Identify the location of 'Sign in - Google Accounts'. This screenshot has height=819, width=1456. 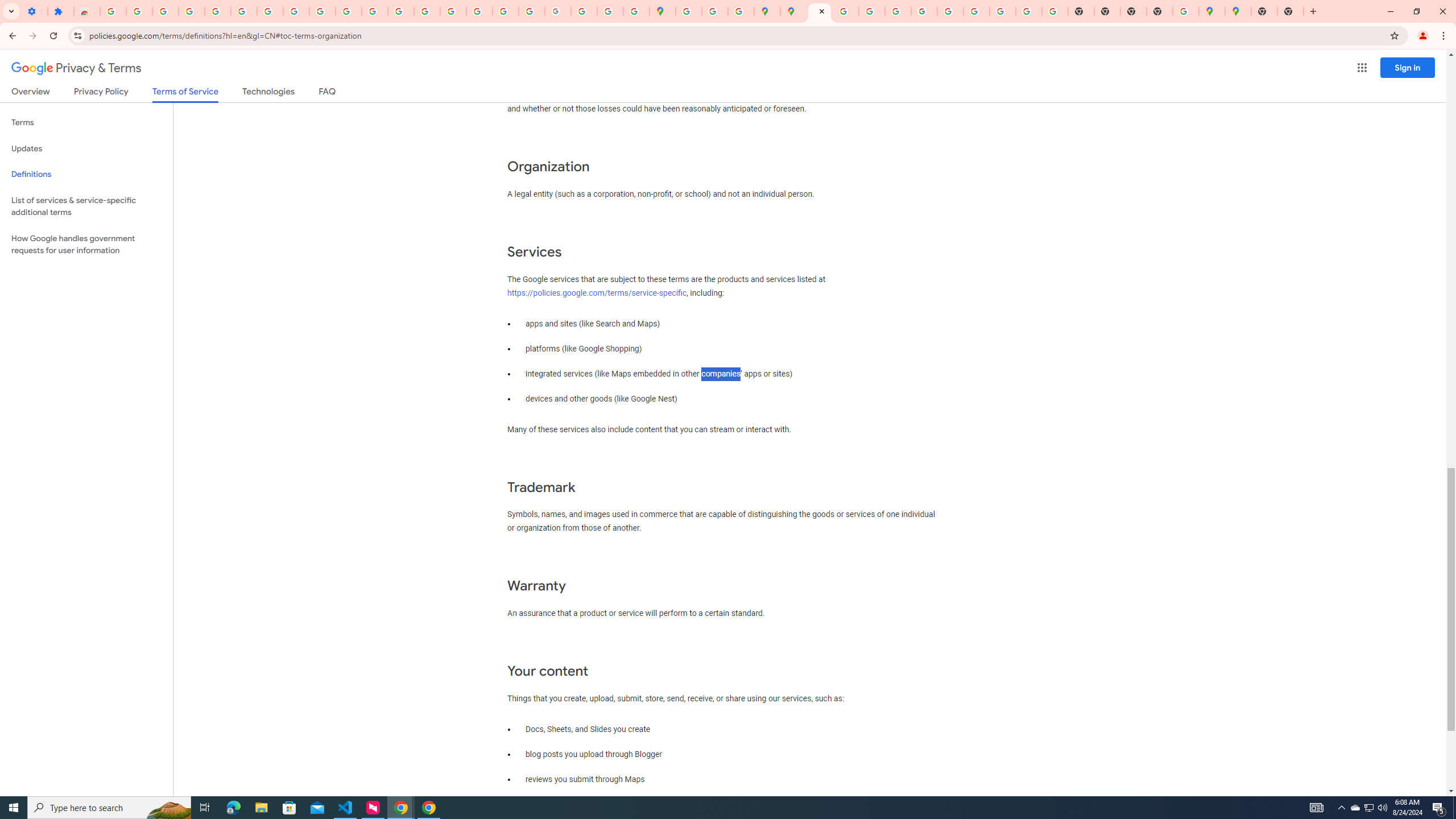
(112, 11).